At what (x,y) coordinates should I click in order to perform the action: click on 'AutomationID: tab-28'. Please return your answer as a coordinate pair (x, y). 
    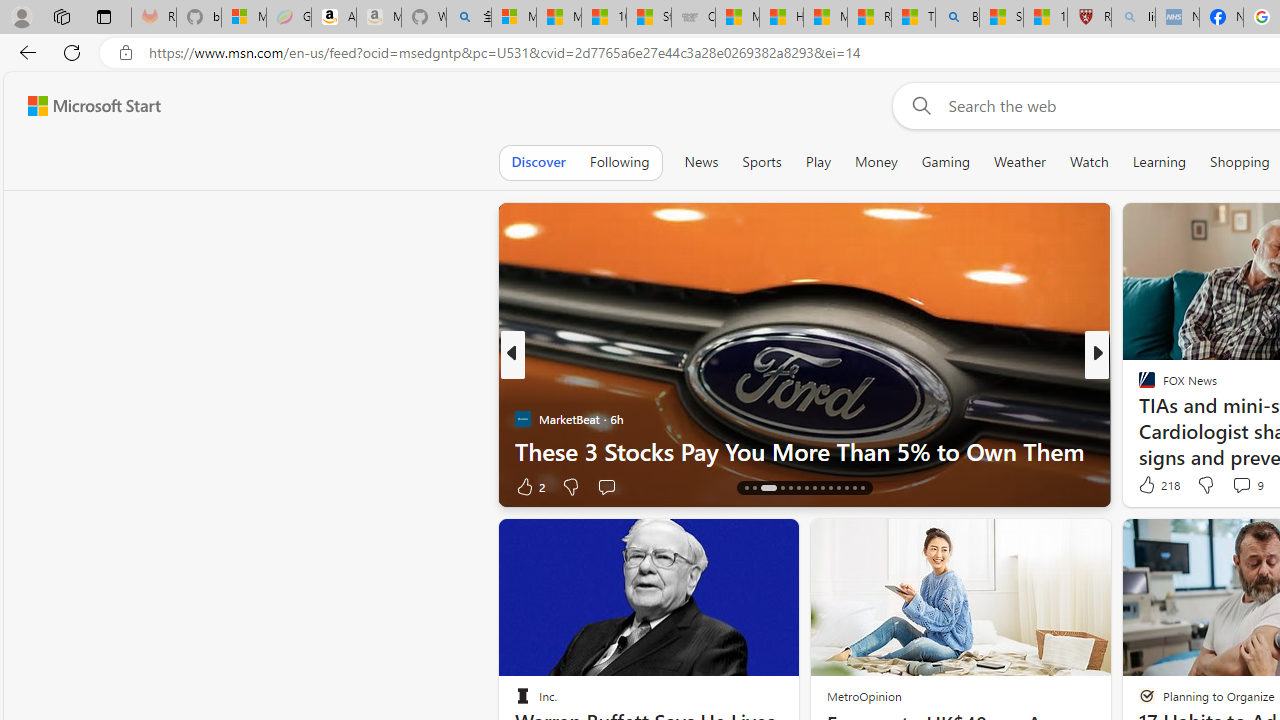
    Looking at the image, I should click on (862, 488).